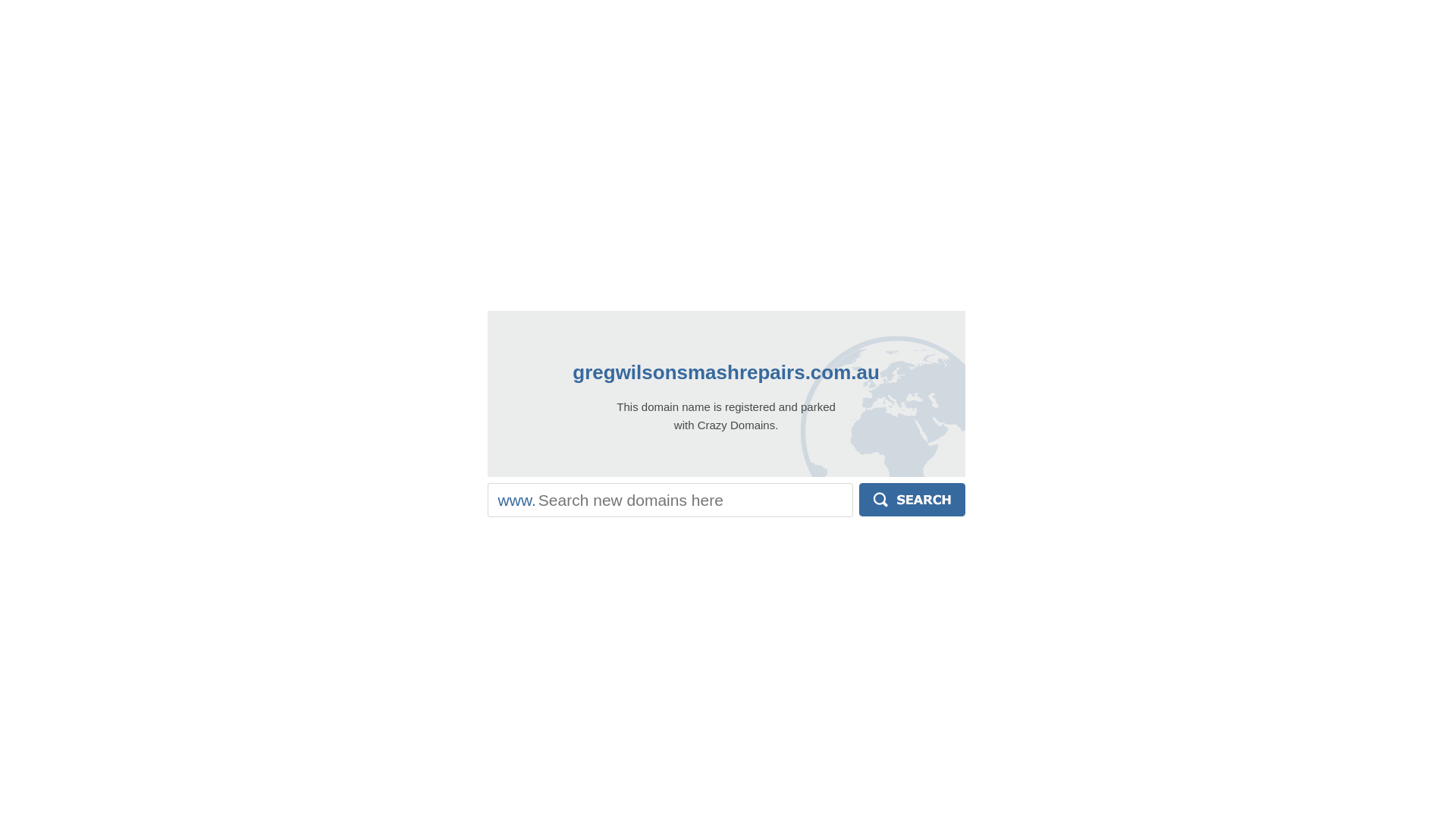 The width and height of the screenshot is (1456, 819). I want to click on 'Search', so click(912, 500).